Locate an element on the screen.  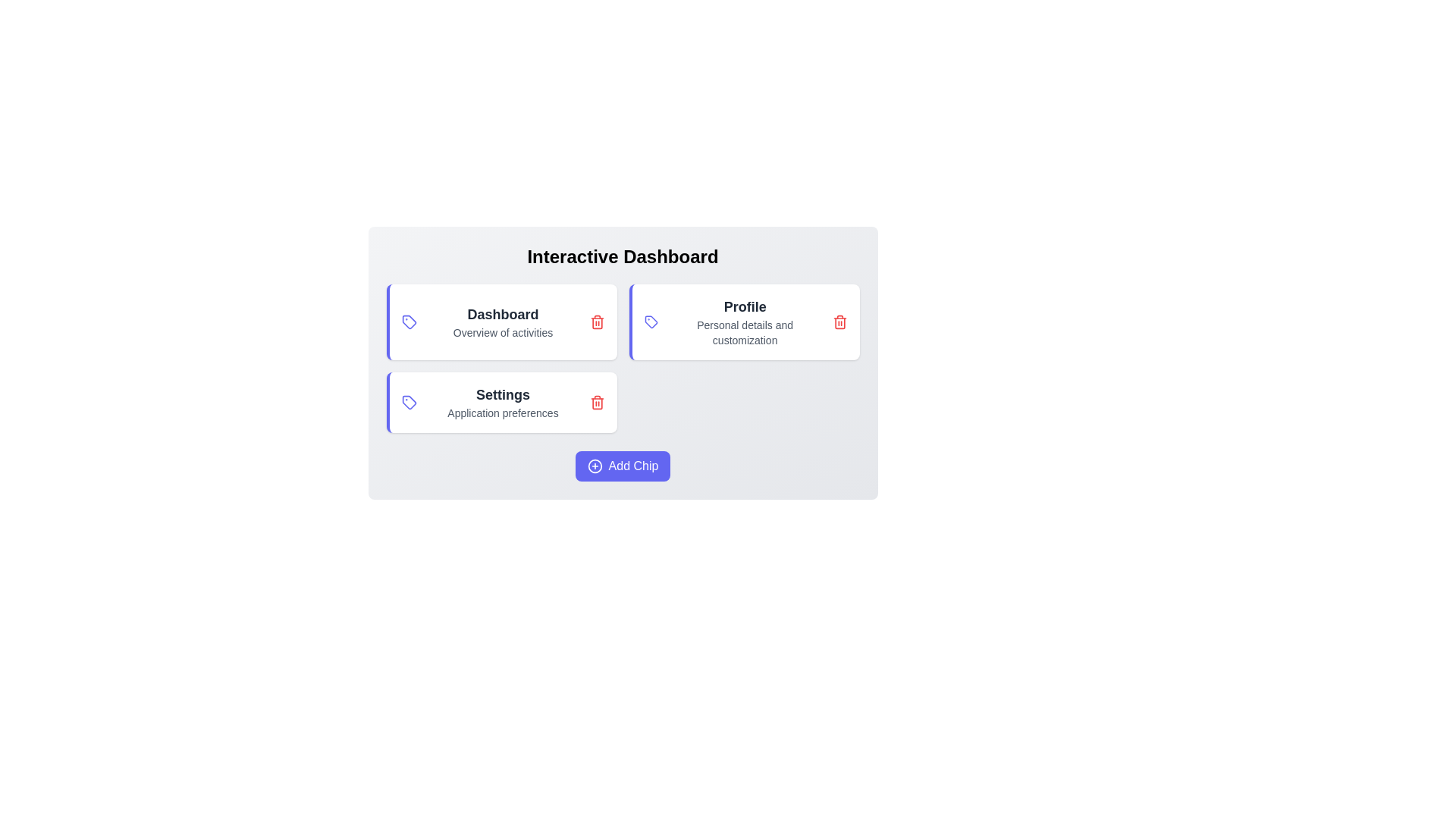
the 'Add Chip' button to add a new chip to the dashboard is located at coordinates (623, 465).